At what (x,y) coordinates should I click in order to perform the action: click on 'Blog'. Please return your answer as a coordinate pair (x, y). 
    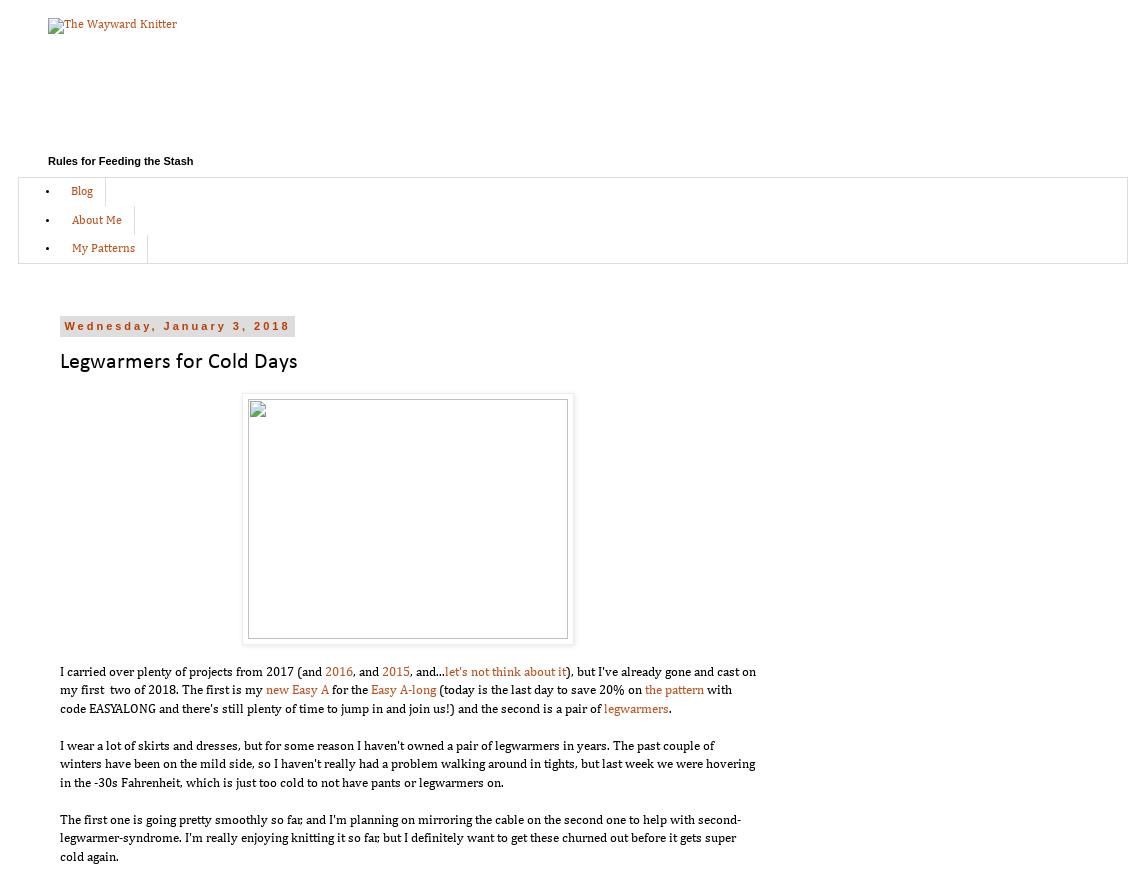
    Looking at the image, I should click on (70, 192).